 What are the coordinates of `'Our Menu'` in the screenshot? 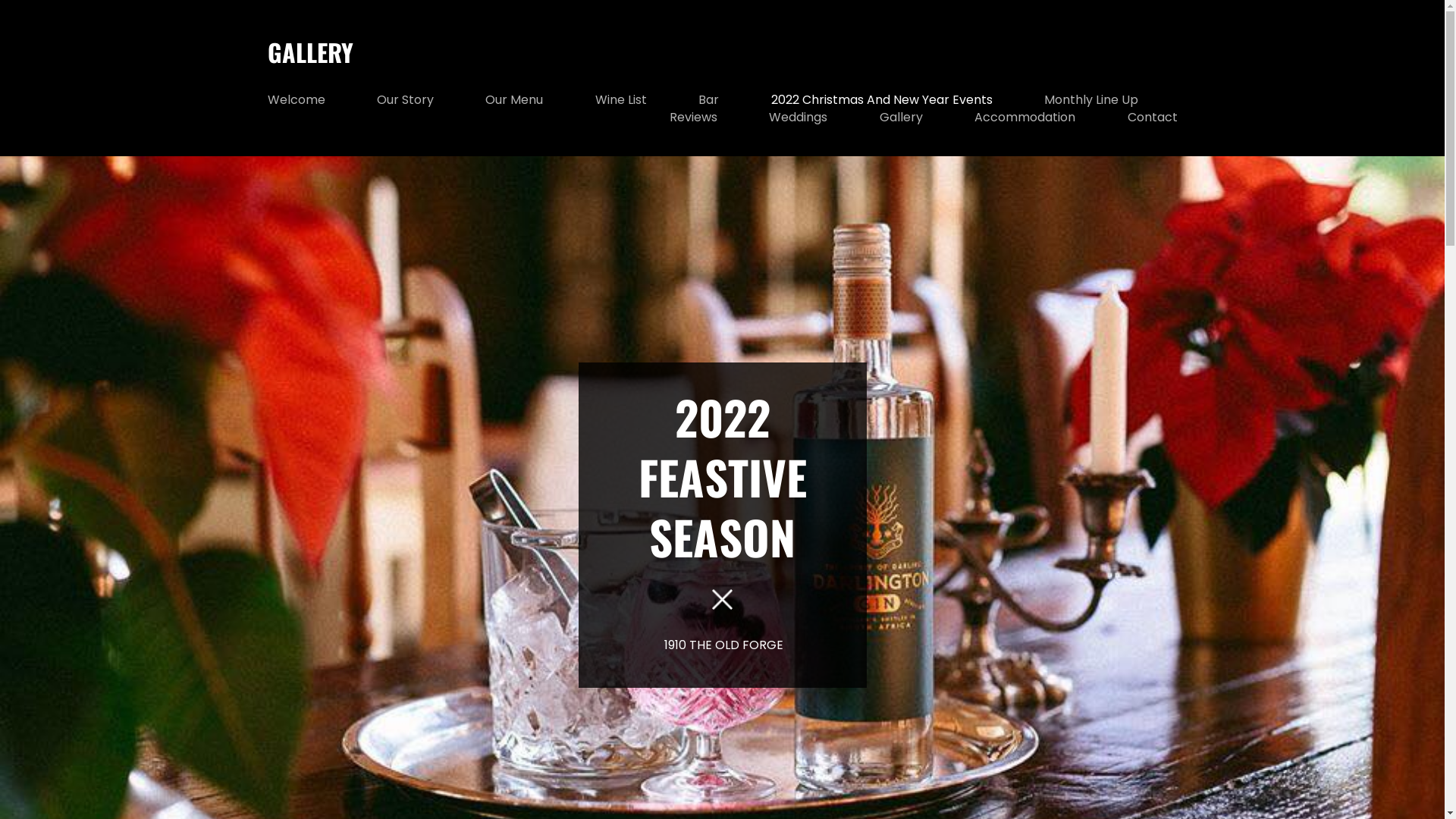 It's located at (513, 99).